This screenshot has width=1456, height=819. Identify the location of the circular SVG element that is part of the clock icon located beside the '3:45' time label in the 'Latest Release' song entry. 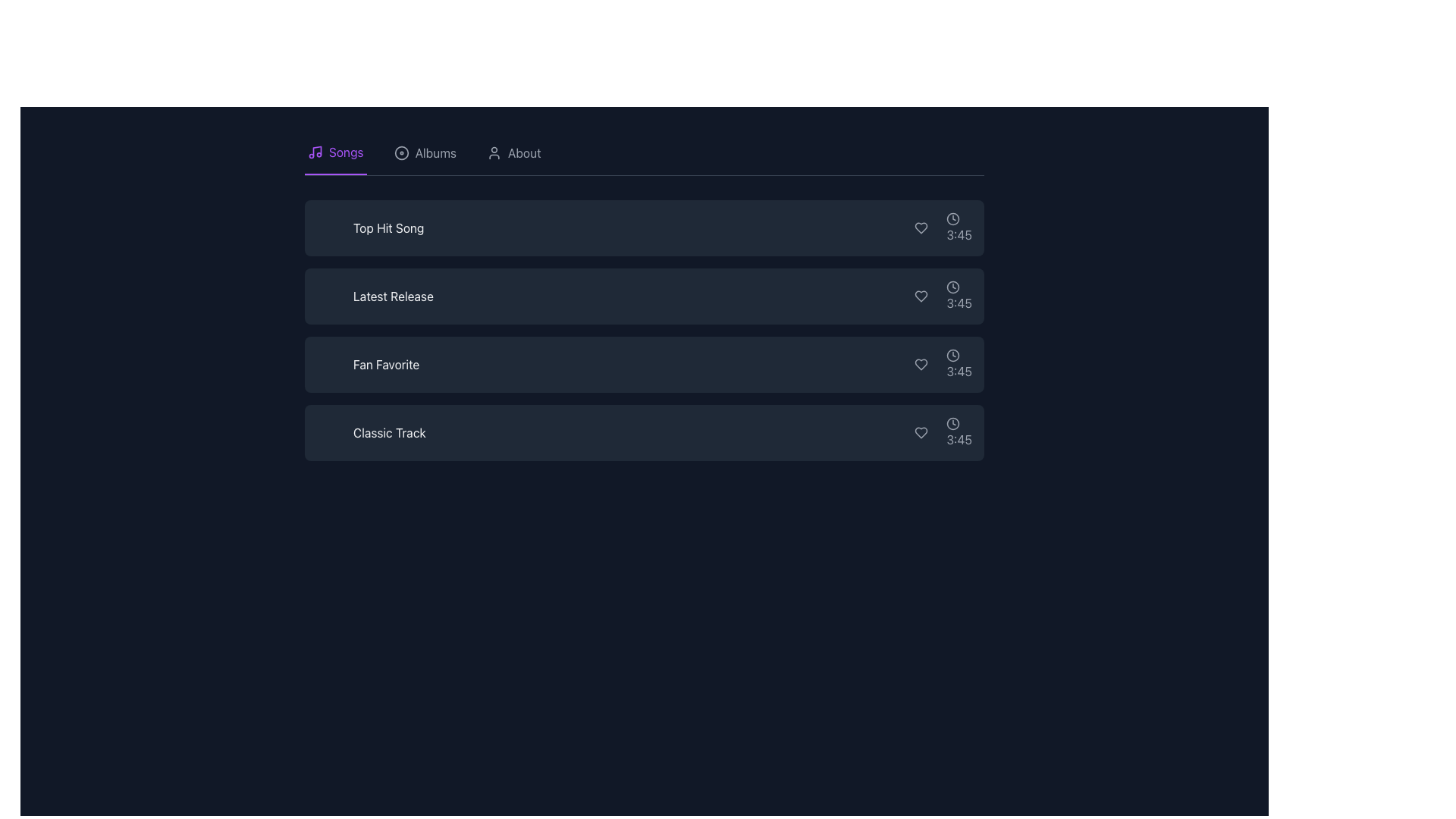
(952, 287).